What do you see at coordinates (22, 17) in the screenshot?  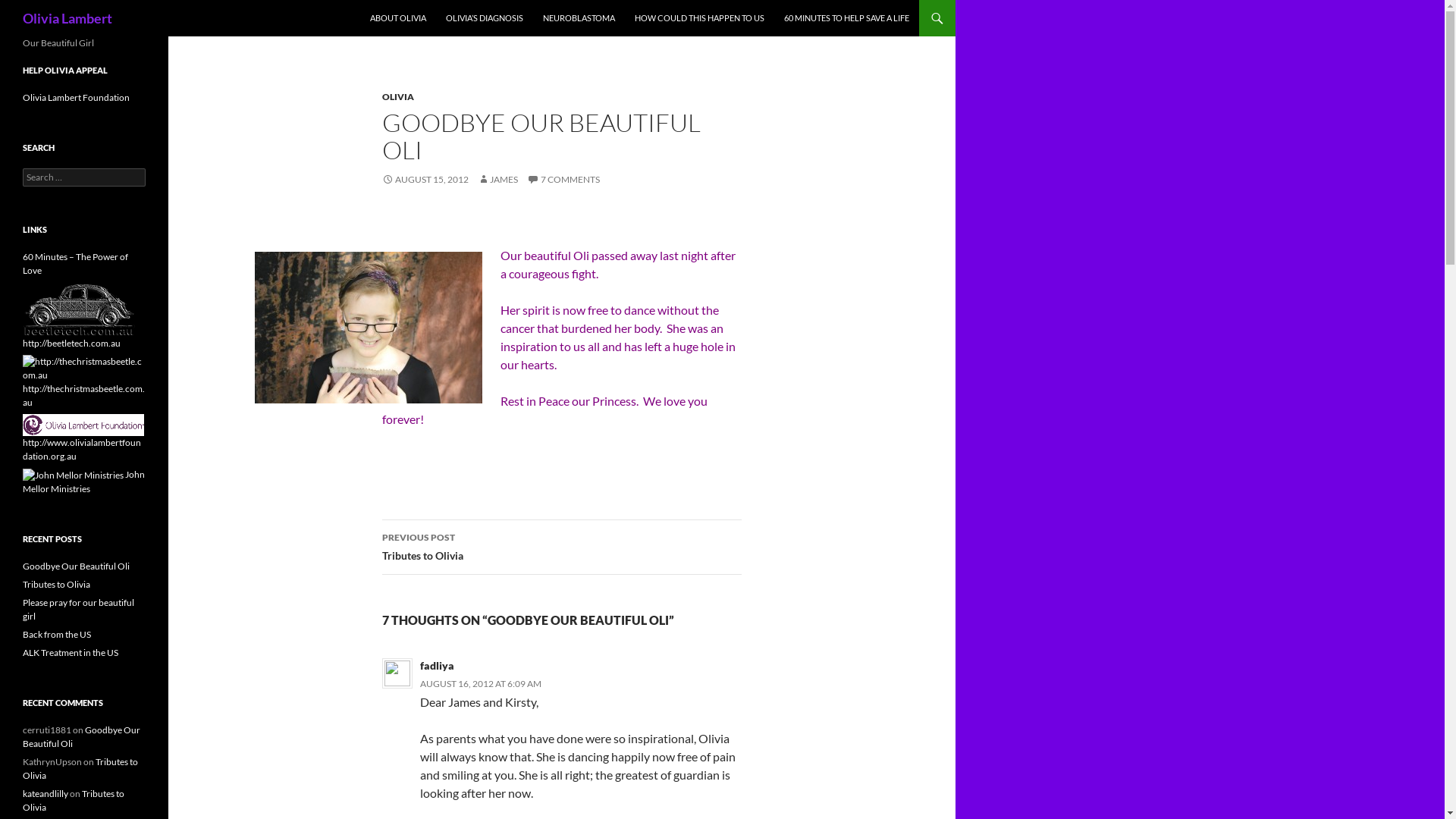 I see `'Olivia Lambert'` at bounding box center [22, 17].